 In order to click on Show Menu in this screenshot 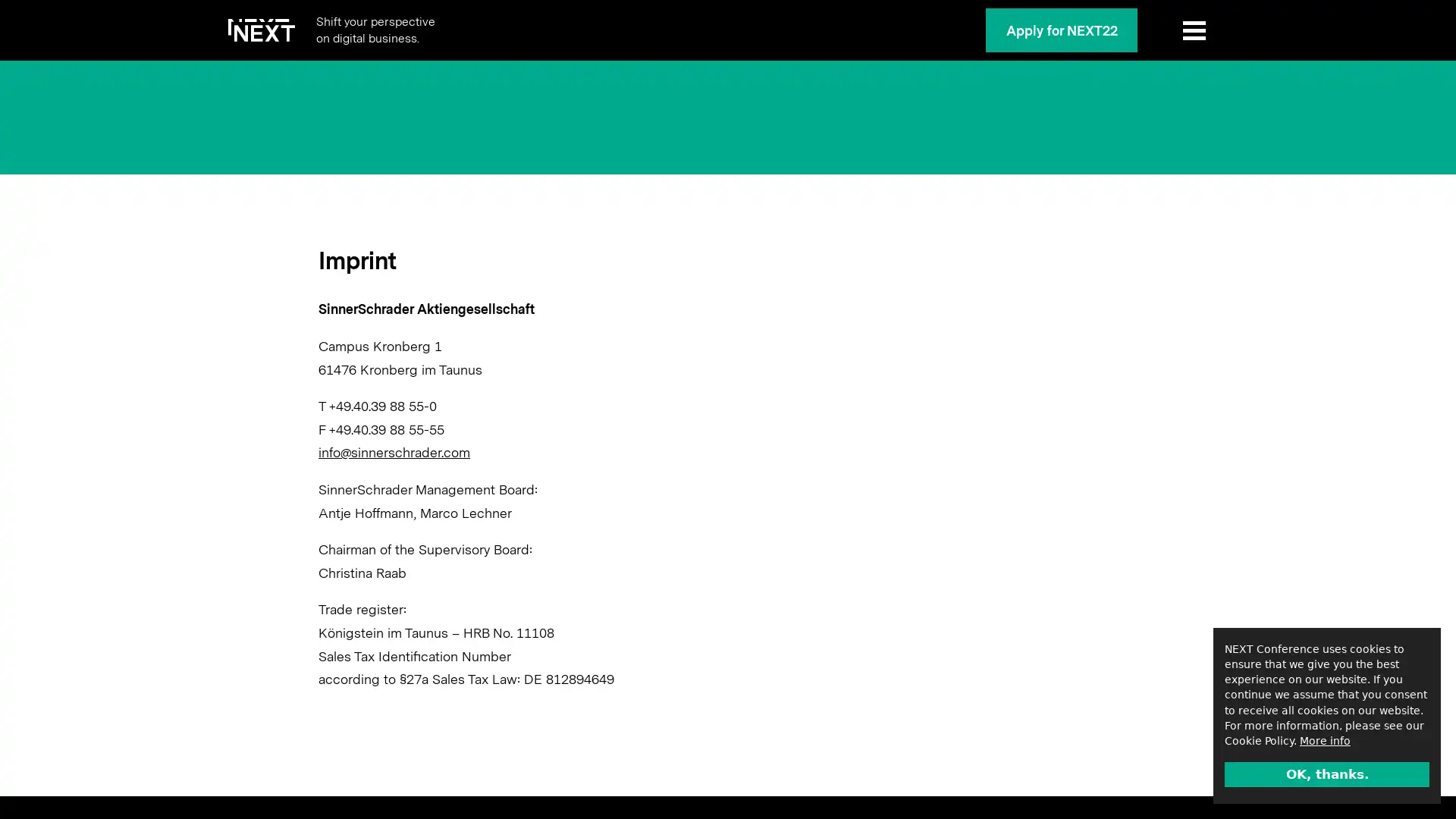, I will do `click(1193, 30)`.